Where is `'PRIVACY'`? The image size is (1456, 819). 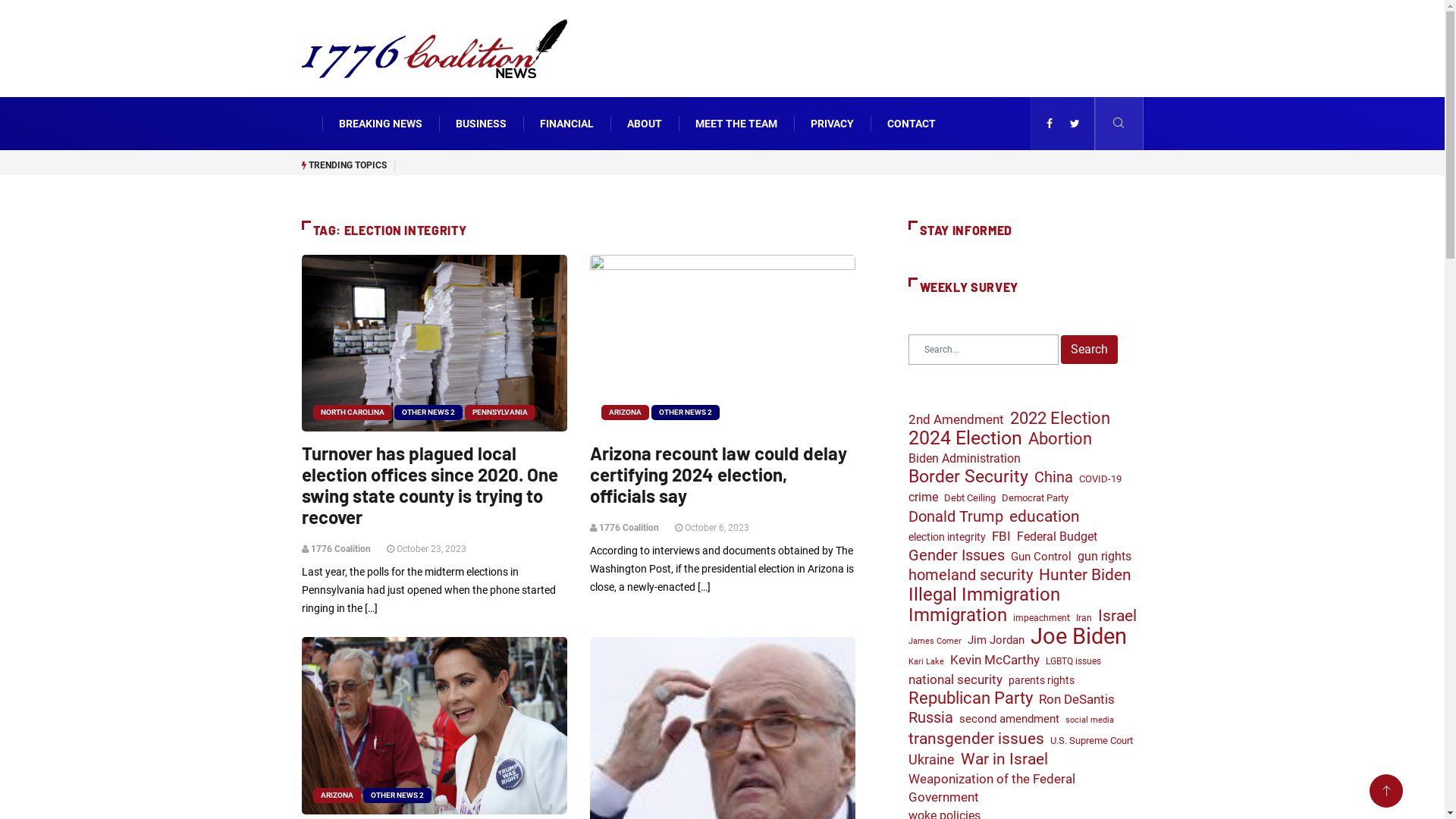 'PRIVACY' is located at coordinates (830, 122).